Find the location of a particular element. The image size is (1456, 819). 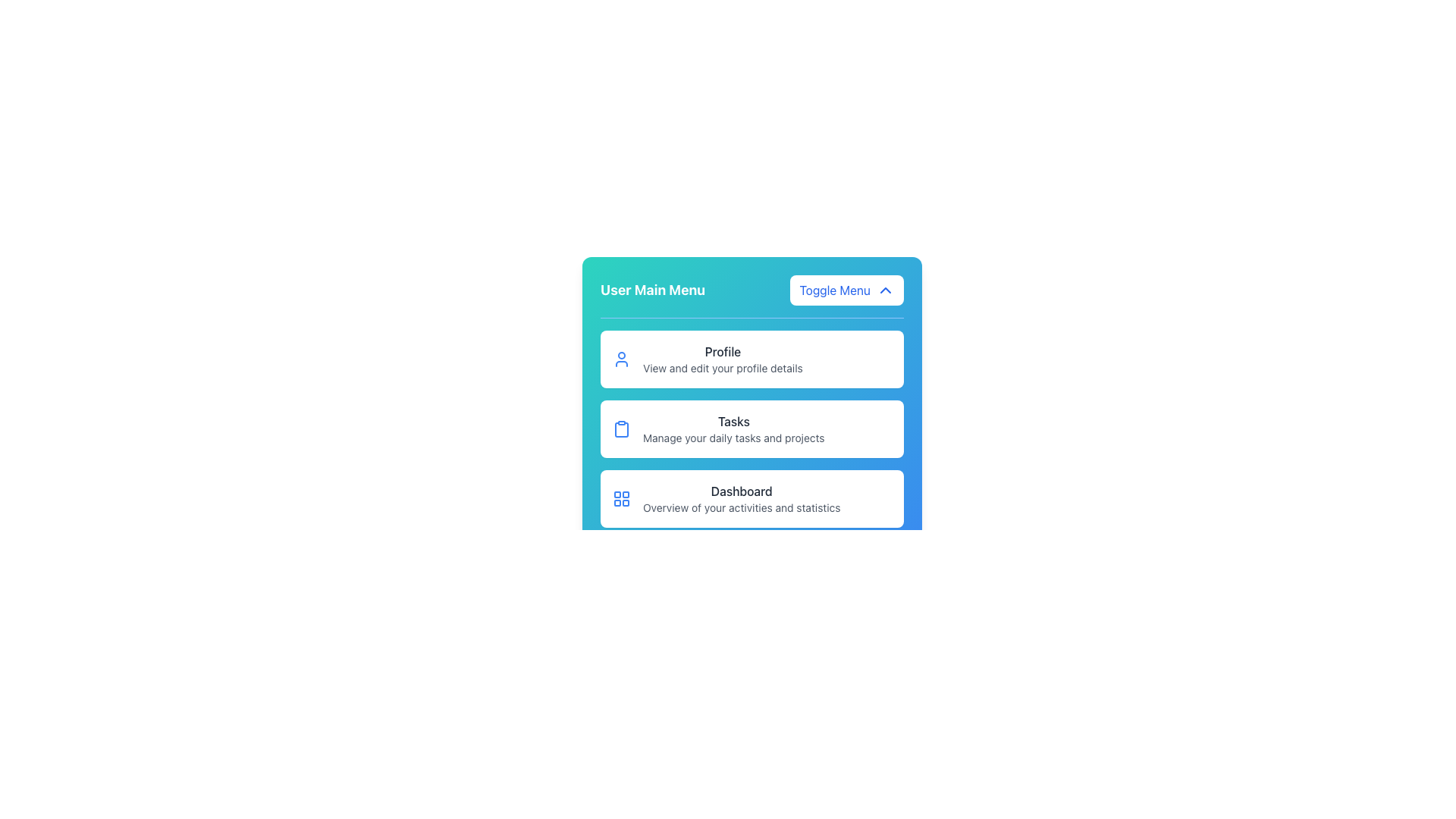

text label 'Dashboard' located in the third section of the vertical list in the 'User Main Menu' interface is located at coordinates (742, 491).